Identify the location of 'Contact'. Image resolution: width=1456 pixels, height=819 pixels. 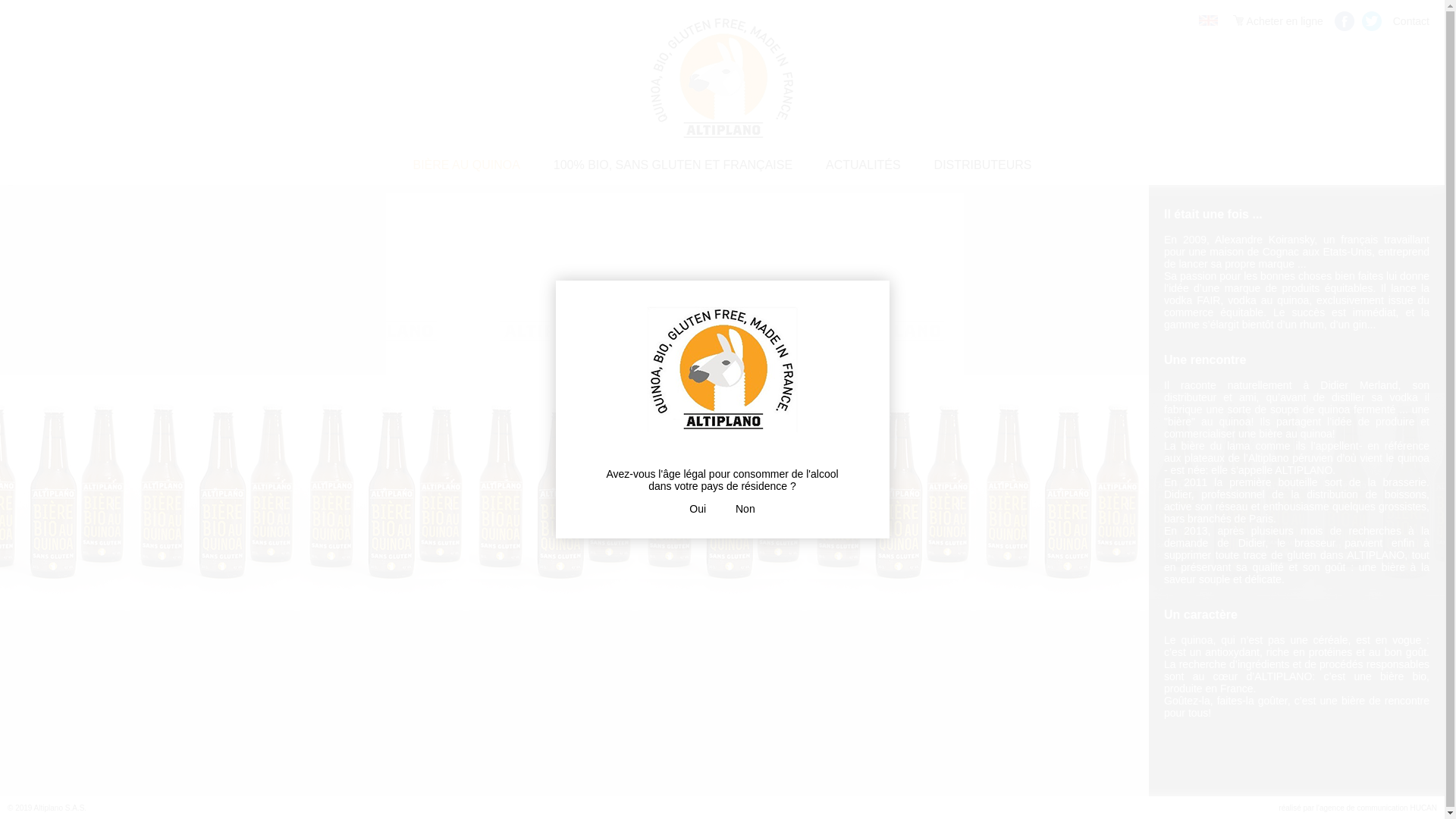
(1410, 20).